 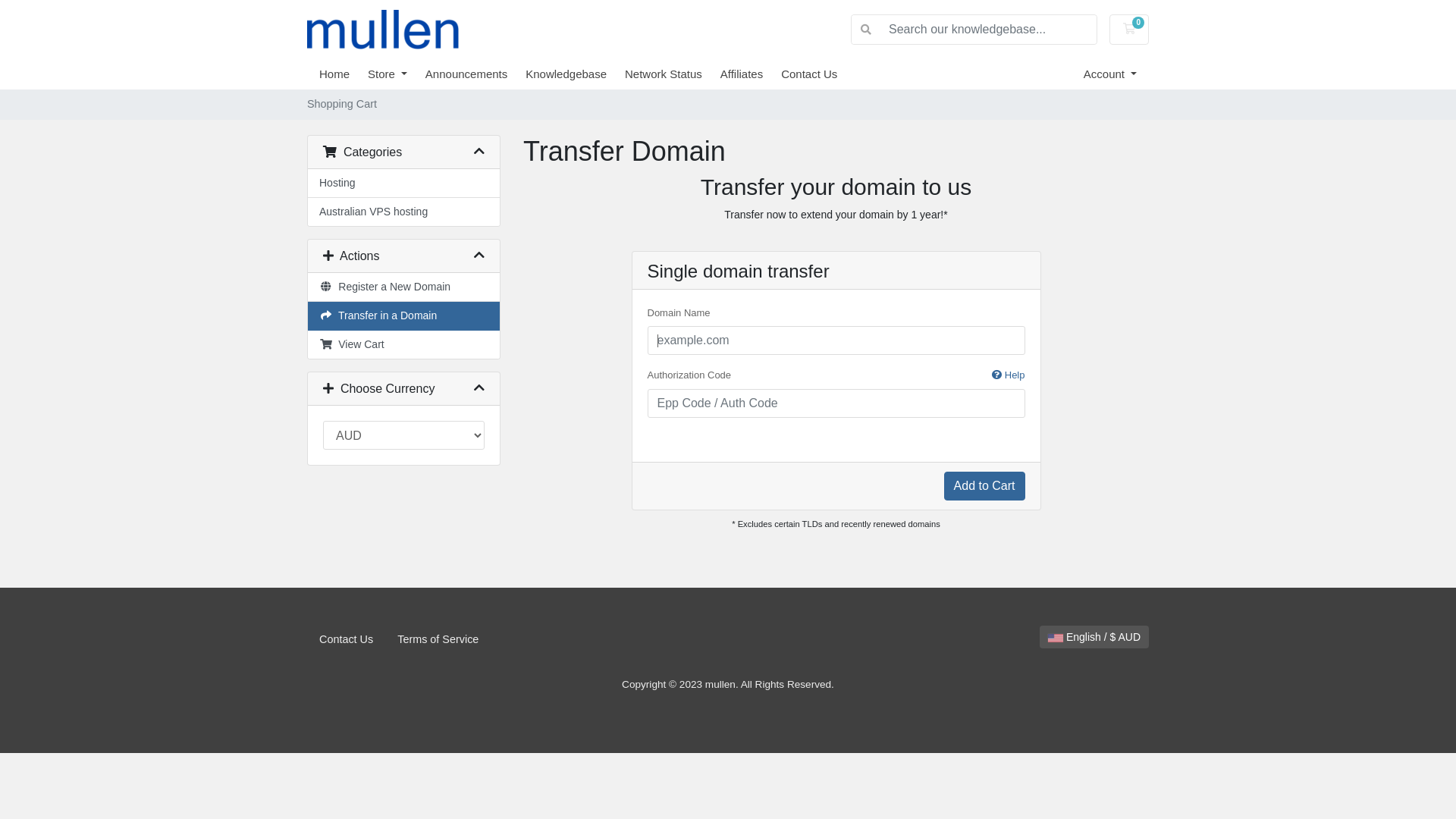 I want to click on 'Hosting', so click(x=403, y=183).